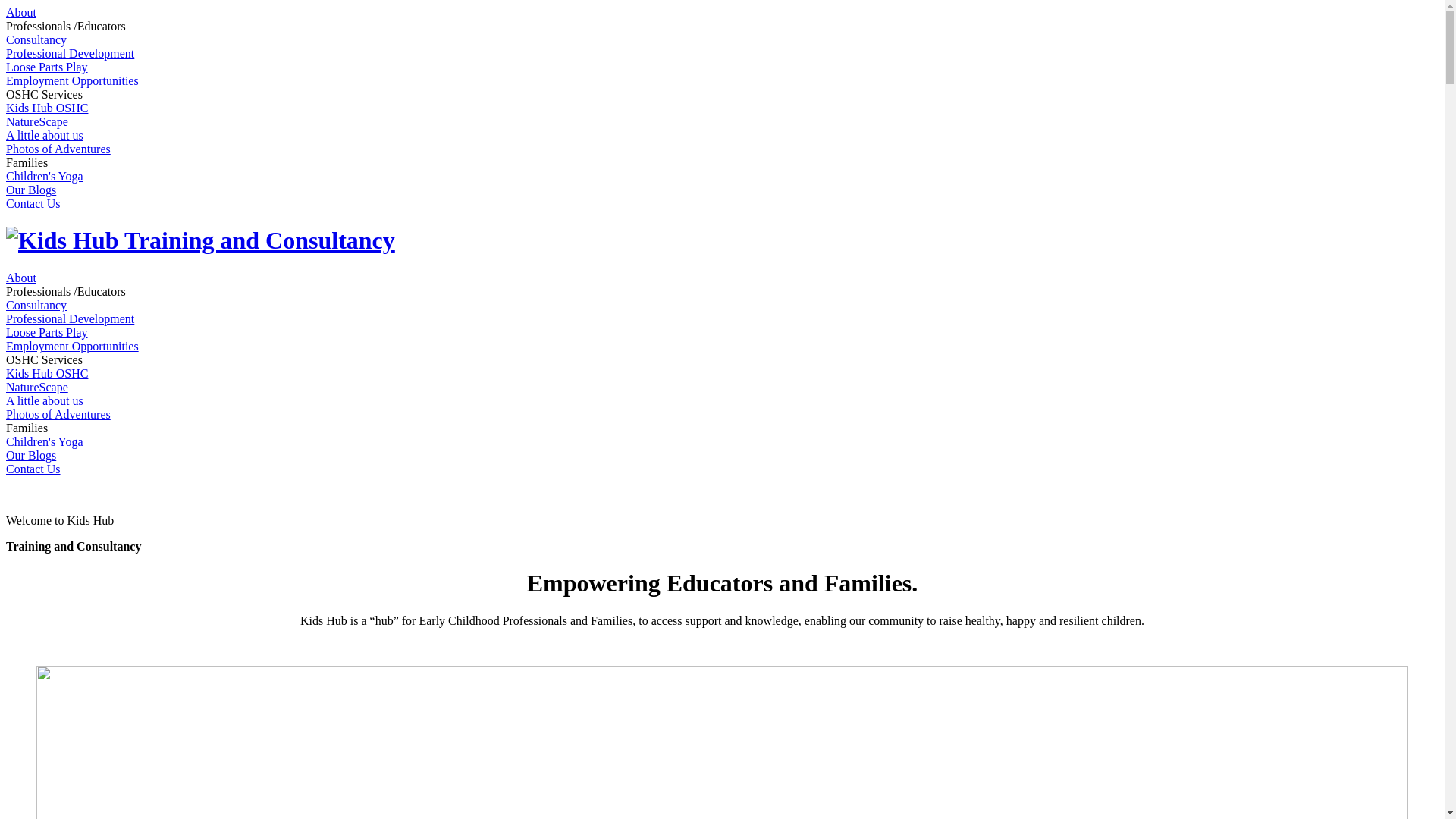  Describe the element at coordinates (44, 441) in the screenshot. I see `'Children's Yoga'` at that location.